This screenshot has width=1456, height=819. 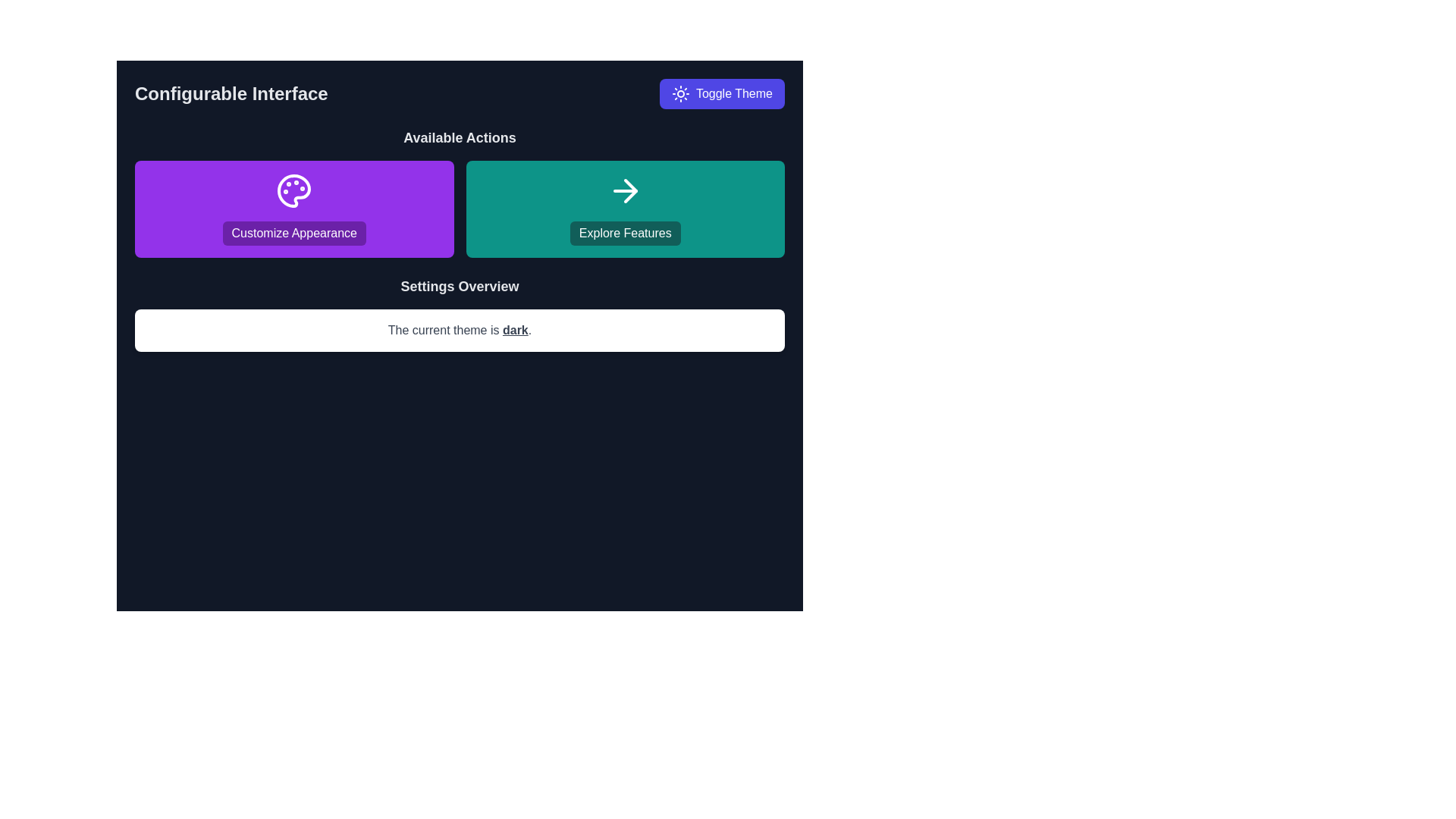 What do you see at coordinates (294, 209) in the screenshot?
I see `the rectangular purple button labeled 'Customize Appearance' with a white palette icon` at bounding box center [294, 209].